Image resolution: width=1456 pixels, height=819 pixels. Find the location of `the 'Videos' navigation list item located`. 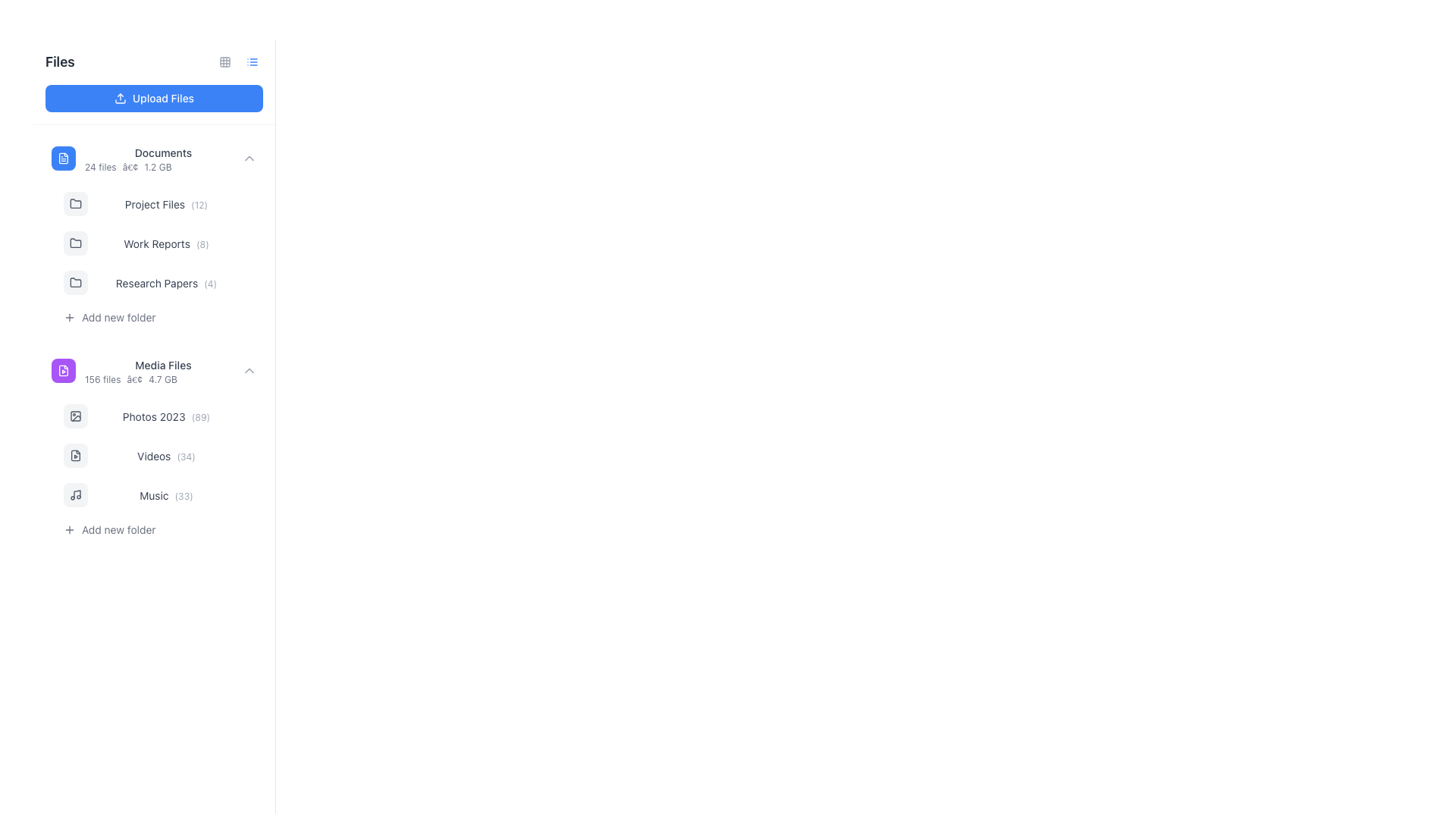

the 'Videos' navigation list item located is located at coordinates (160, 455).